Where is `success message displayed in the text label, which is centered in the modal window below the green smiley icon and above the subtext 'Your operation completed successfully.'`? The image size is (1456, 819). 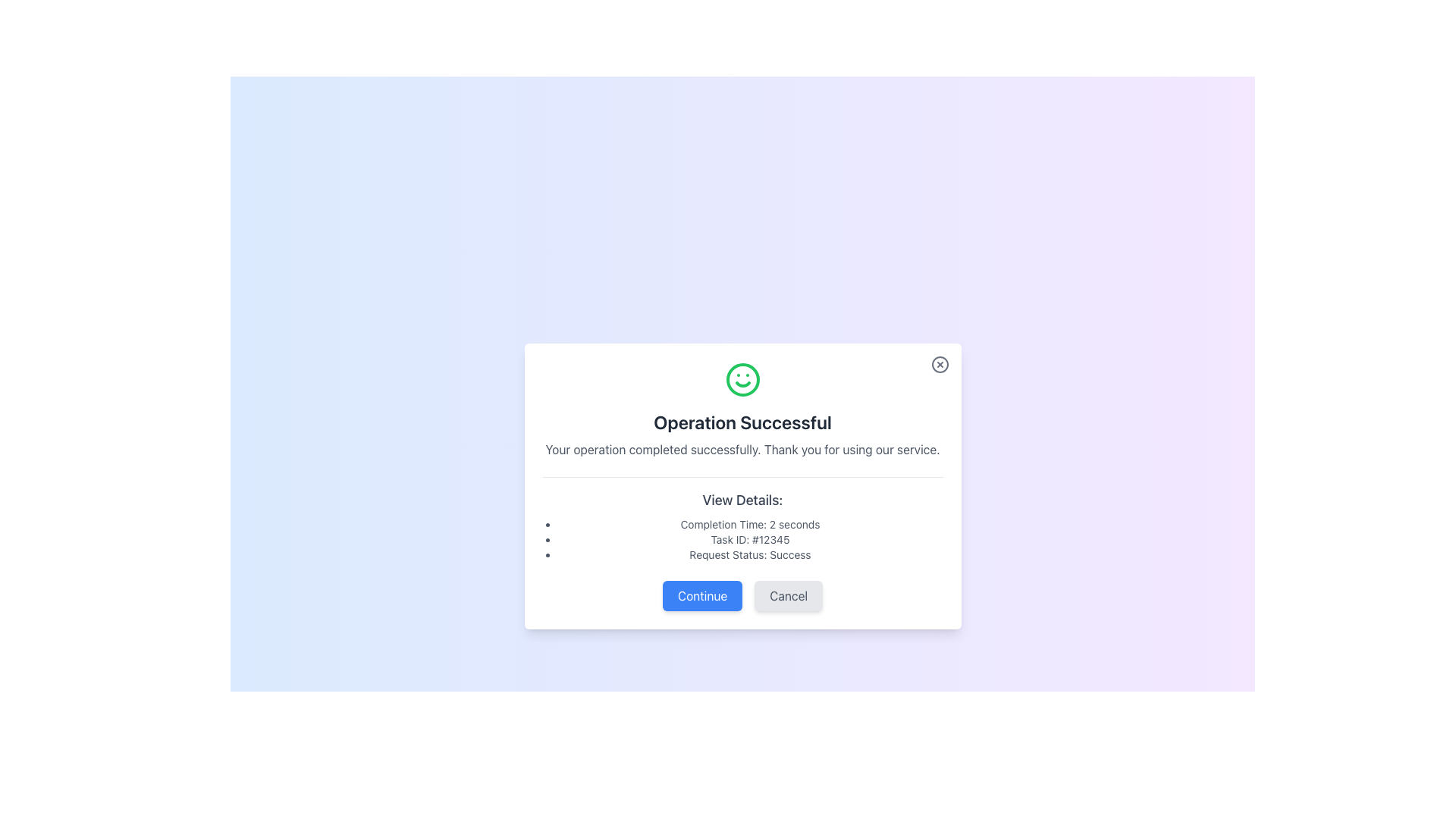 success message displayed in the text label, which is centered in the modal window below the green smiley icon and above the subtext 'Your operation completed successfully.' is located at coordinates (742, 422).